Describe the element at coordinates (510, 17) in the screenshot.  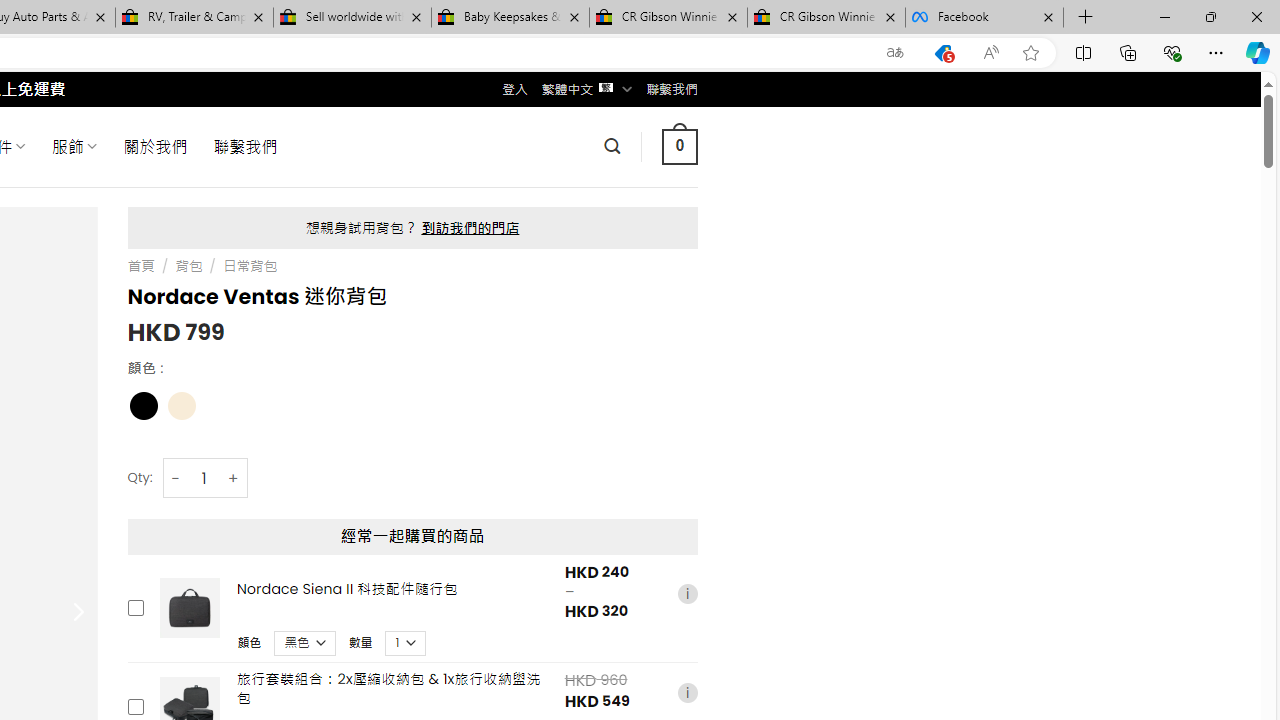
I see `'Baby Keepsakes & Announcements for sale | eBay'` at that location.